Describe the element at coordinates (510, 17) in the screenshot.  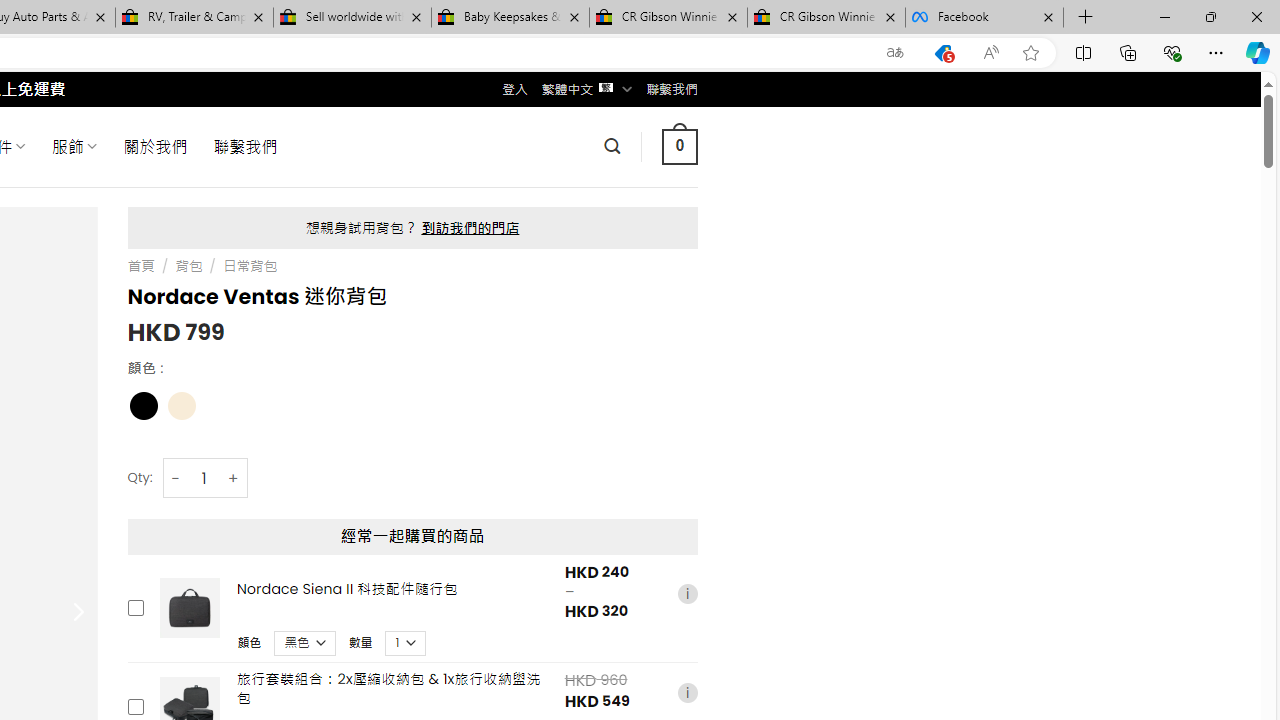
I see `'Baby Keepsakes & Announcements for sale | eBay'` at that location.